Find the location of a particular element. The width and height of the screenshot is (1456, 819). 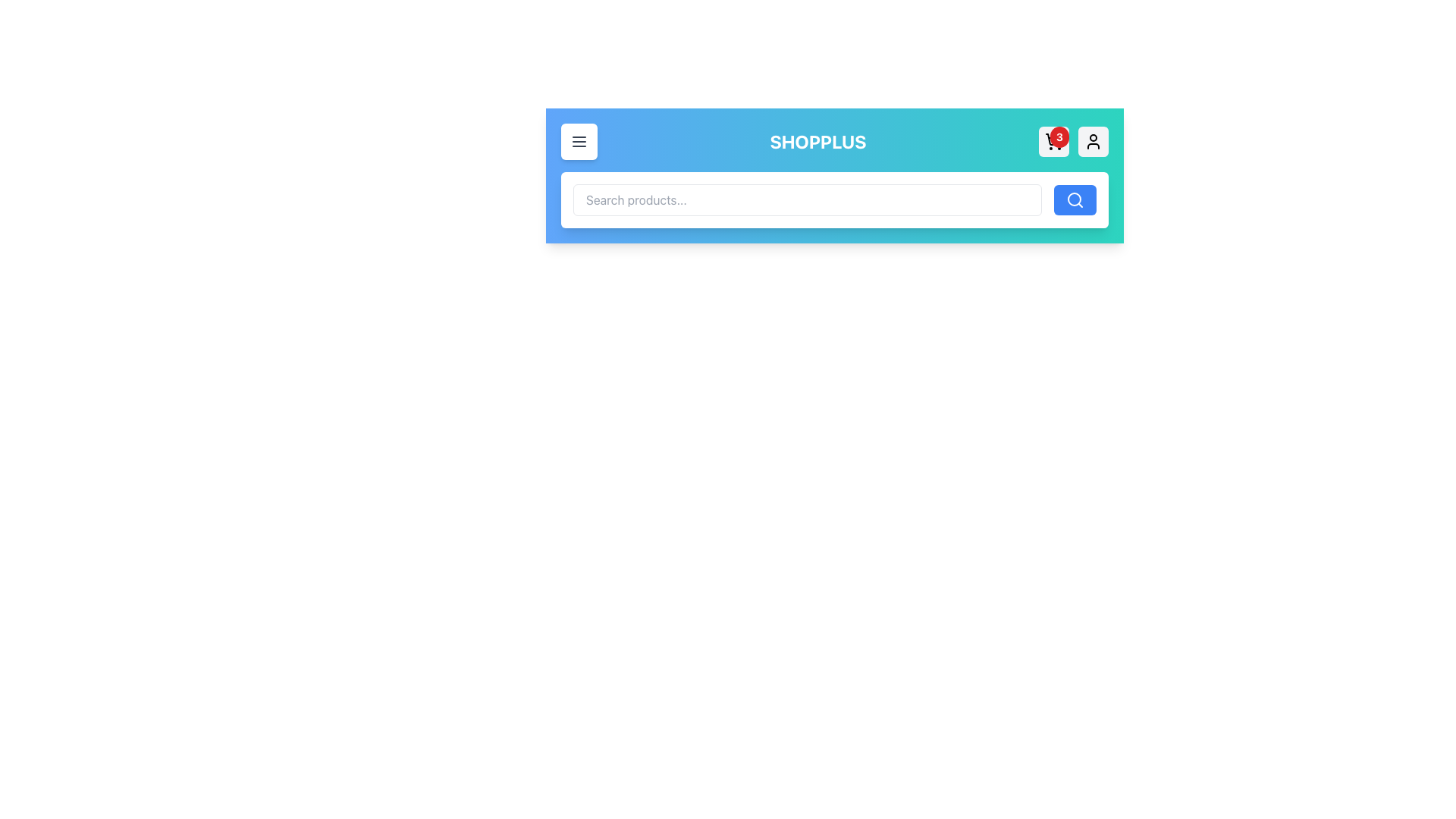

the inner circular part of the magnifying glass icon located inside the search bar near the right end is located at coordinates (1073, 198).